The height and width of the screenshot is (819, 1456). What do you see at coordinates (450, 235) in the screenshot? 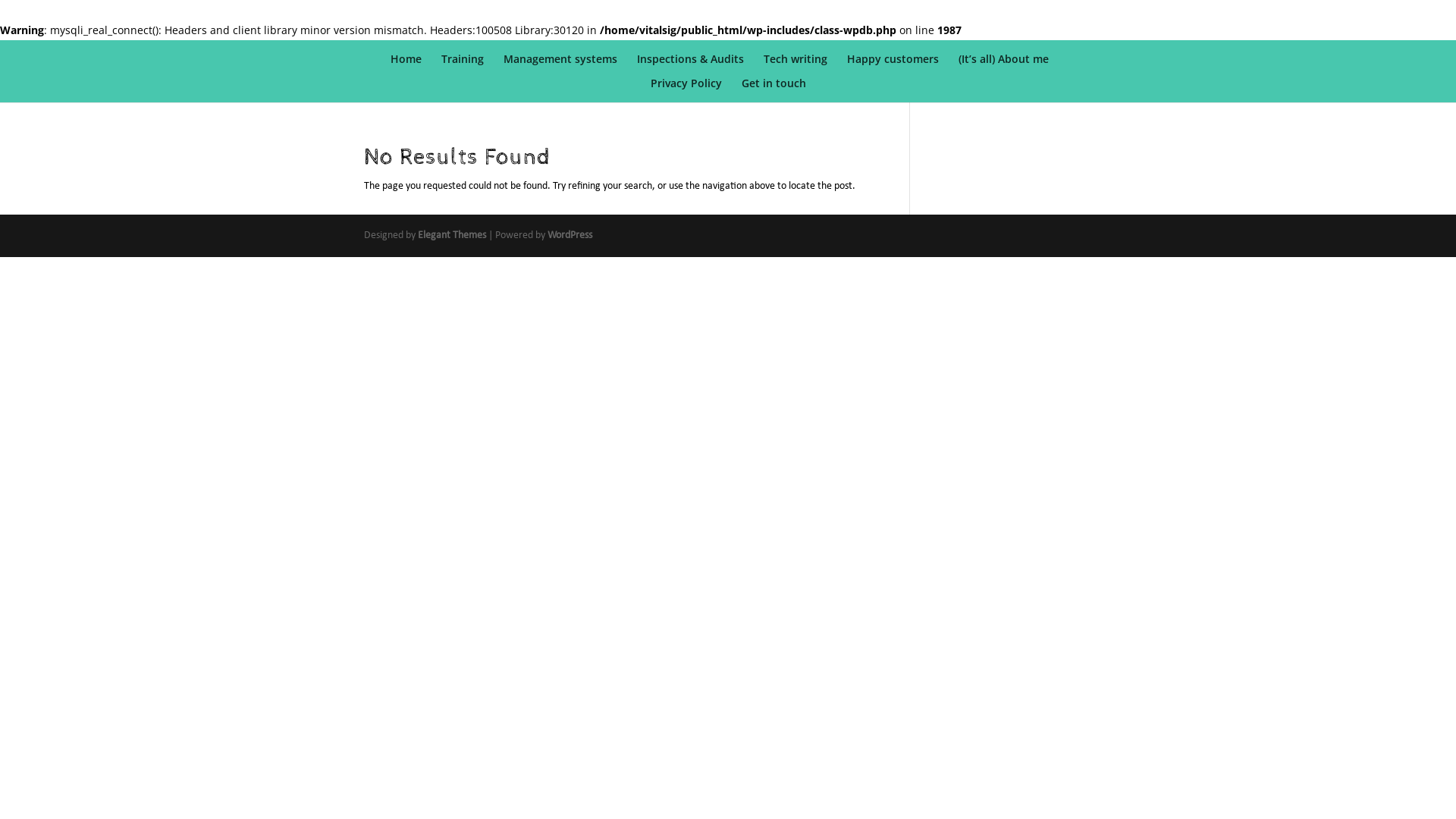
I see `'Elegant Themes'` at bounding box center [450, 235].